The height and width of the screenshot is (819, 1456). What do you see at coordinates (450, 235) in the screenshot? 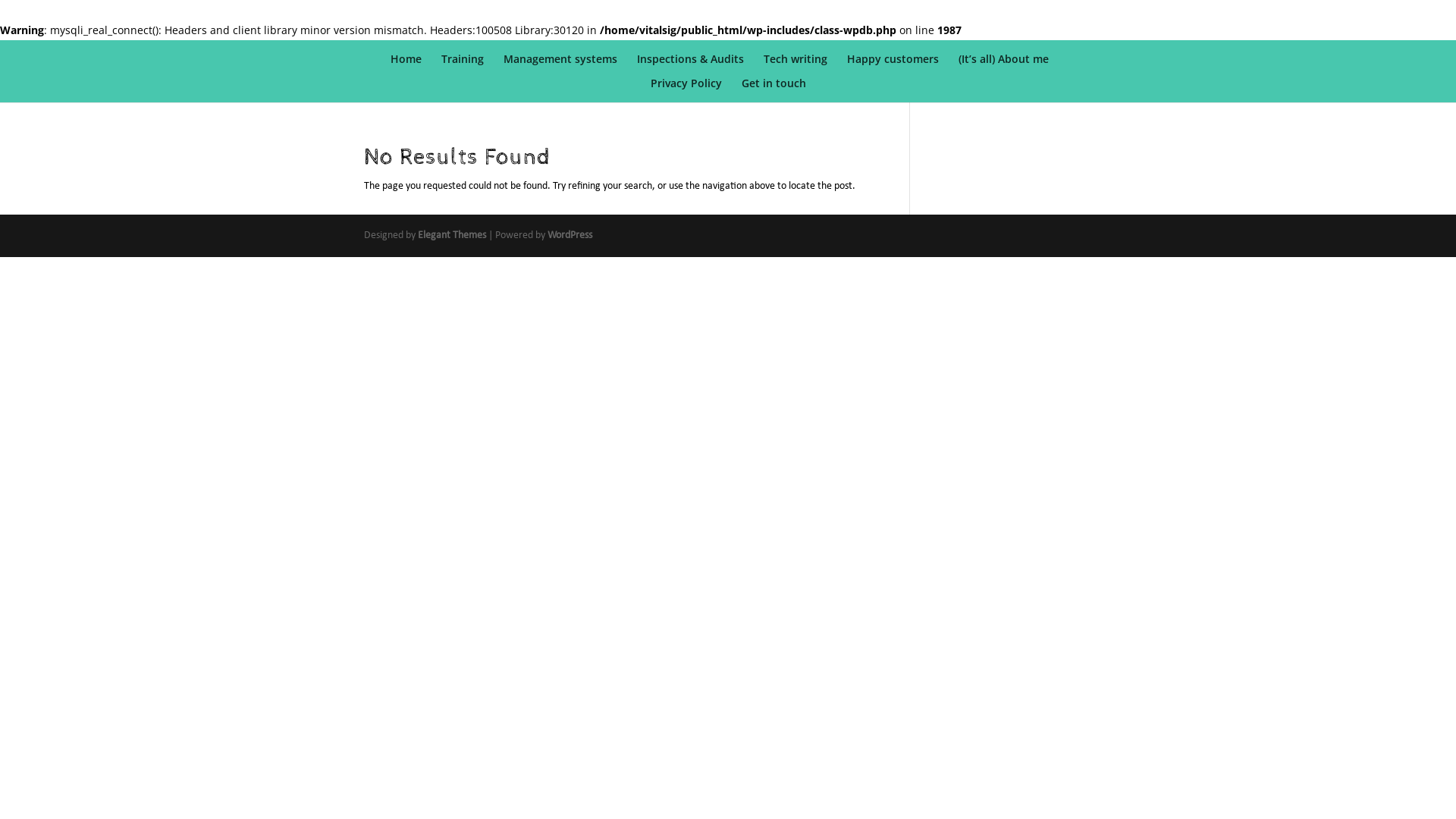
I see `'Elegant Themes'` at bounding box center [450, 235].